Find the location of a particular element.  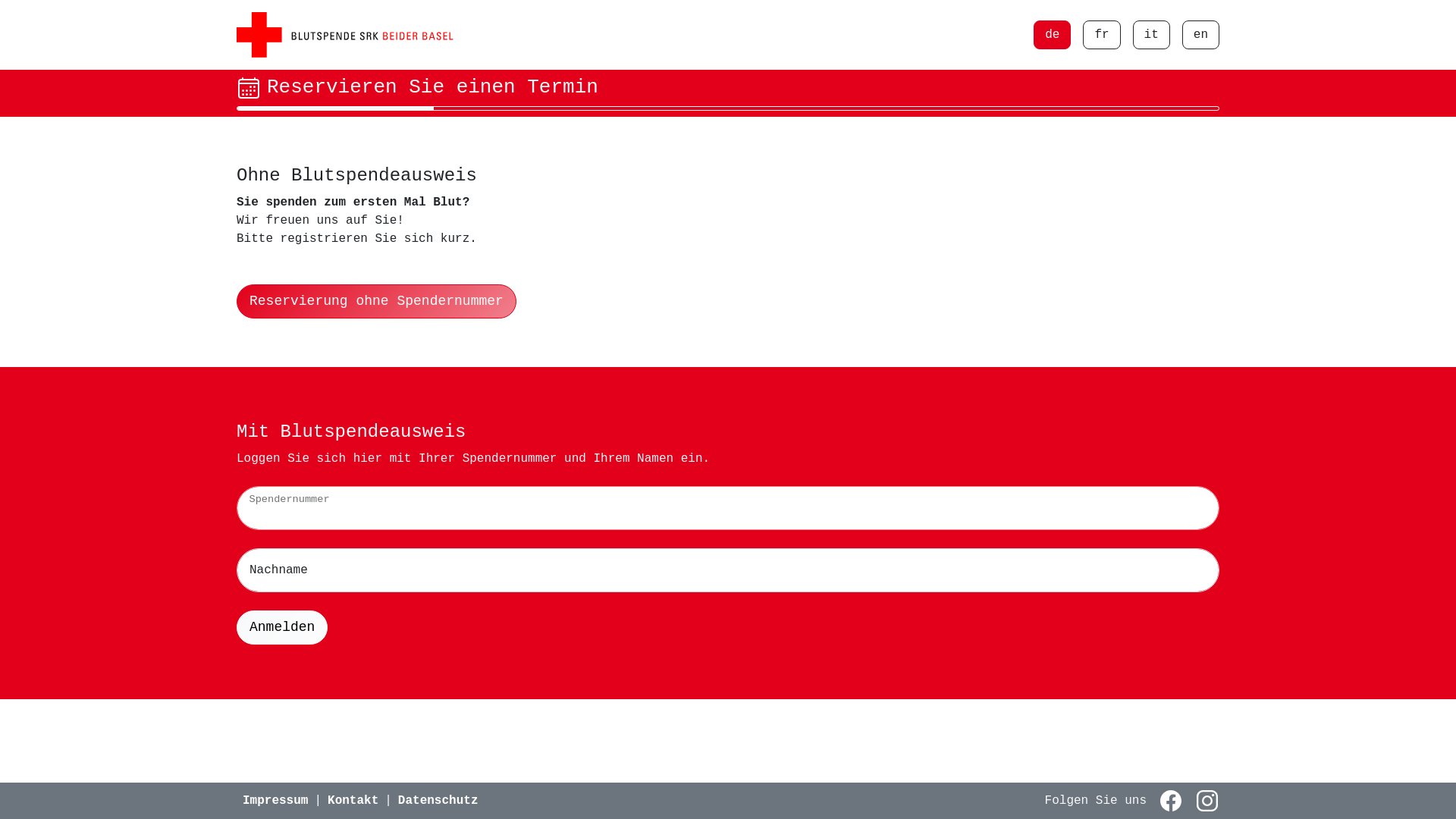

'Impressum' is located at coordinates (243, 800).